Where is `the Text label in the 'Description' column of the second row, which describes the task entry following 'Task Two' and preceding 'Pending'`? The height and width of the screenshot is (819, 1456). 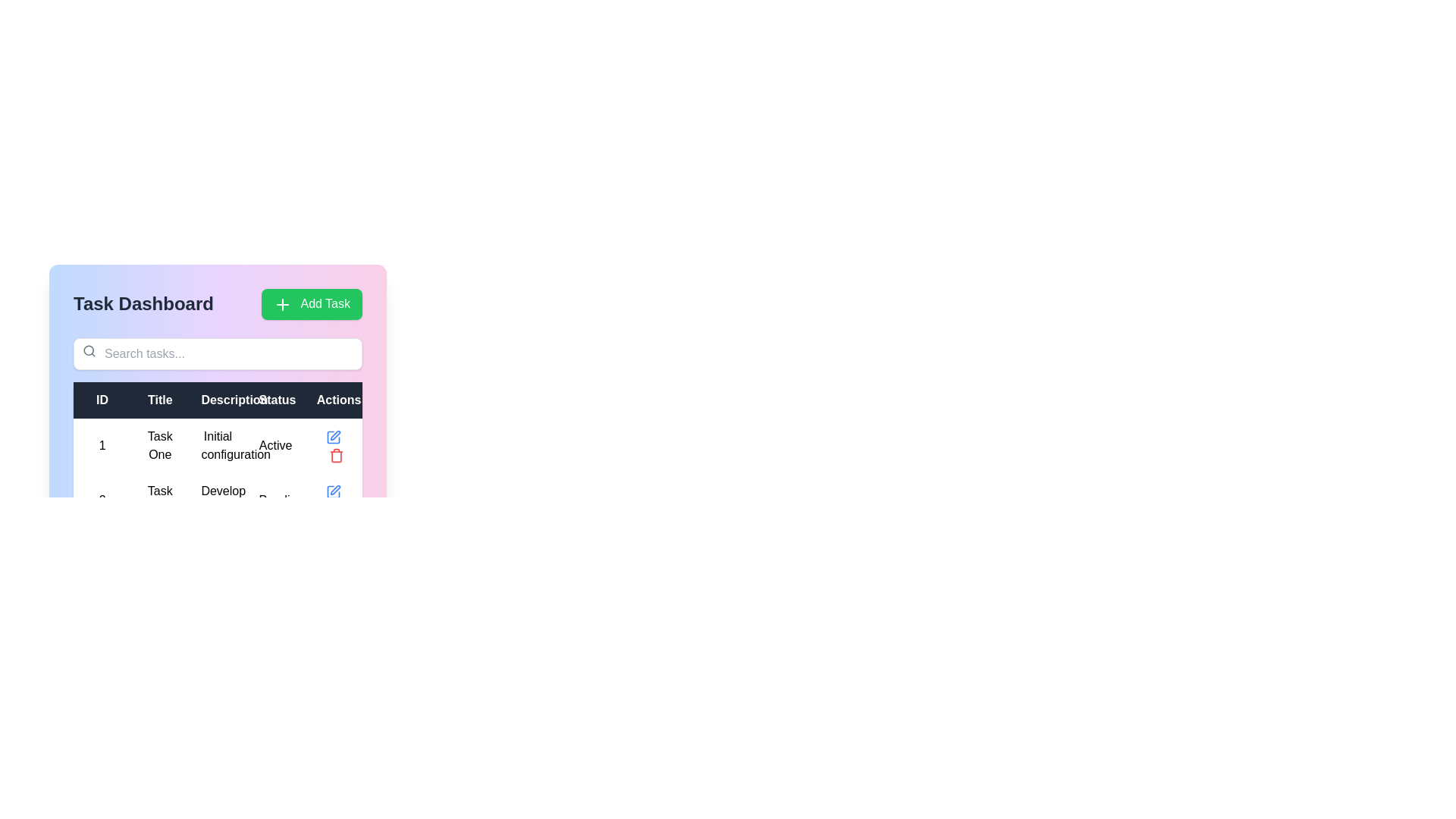
the Text label in the 'Description' column of the second row, which describes the task entry following 'Task Two' and preceding 'Pending' is located at coordinates (217, 500).